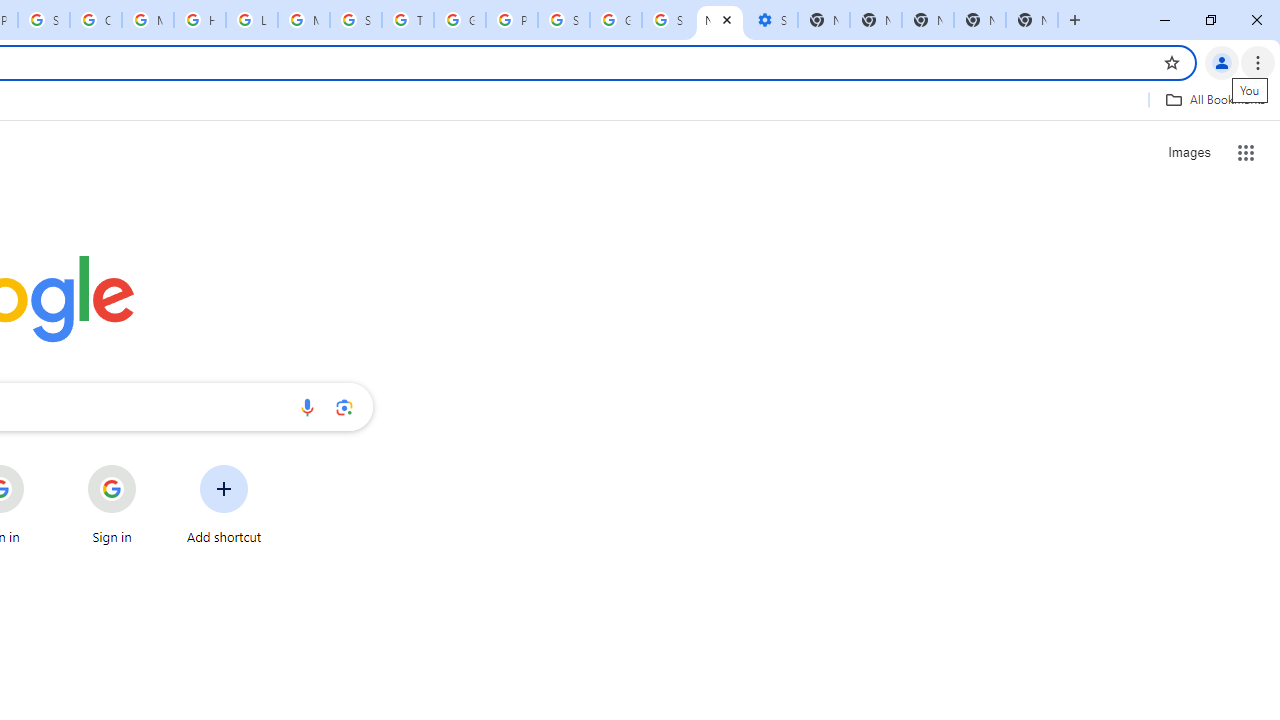 Image resolution: width=1280 pixels, height=720 pixels. What do you see at coordinates (979, 20) in the screenshot?
I see `'New Tab'` at bounding box center [979, 20].